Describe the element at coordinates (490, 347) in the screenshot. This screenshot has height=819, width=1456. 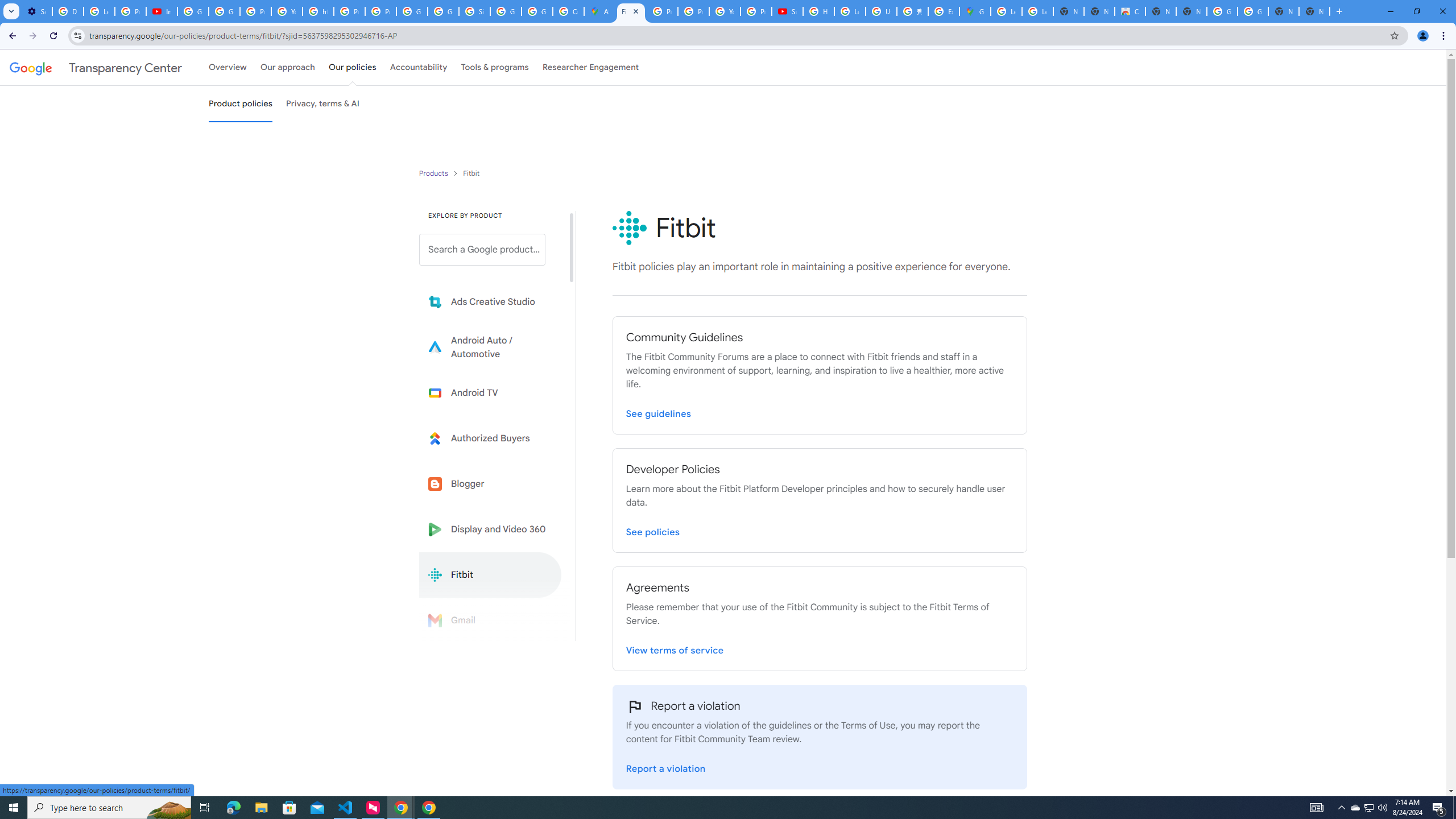
I see `'Learn more about Android Auto'` at that location.